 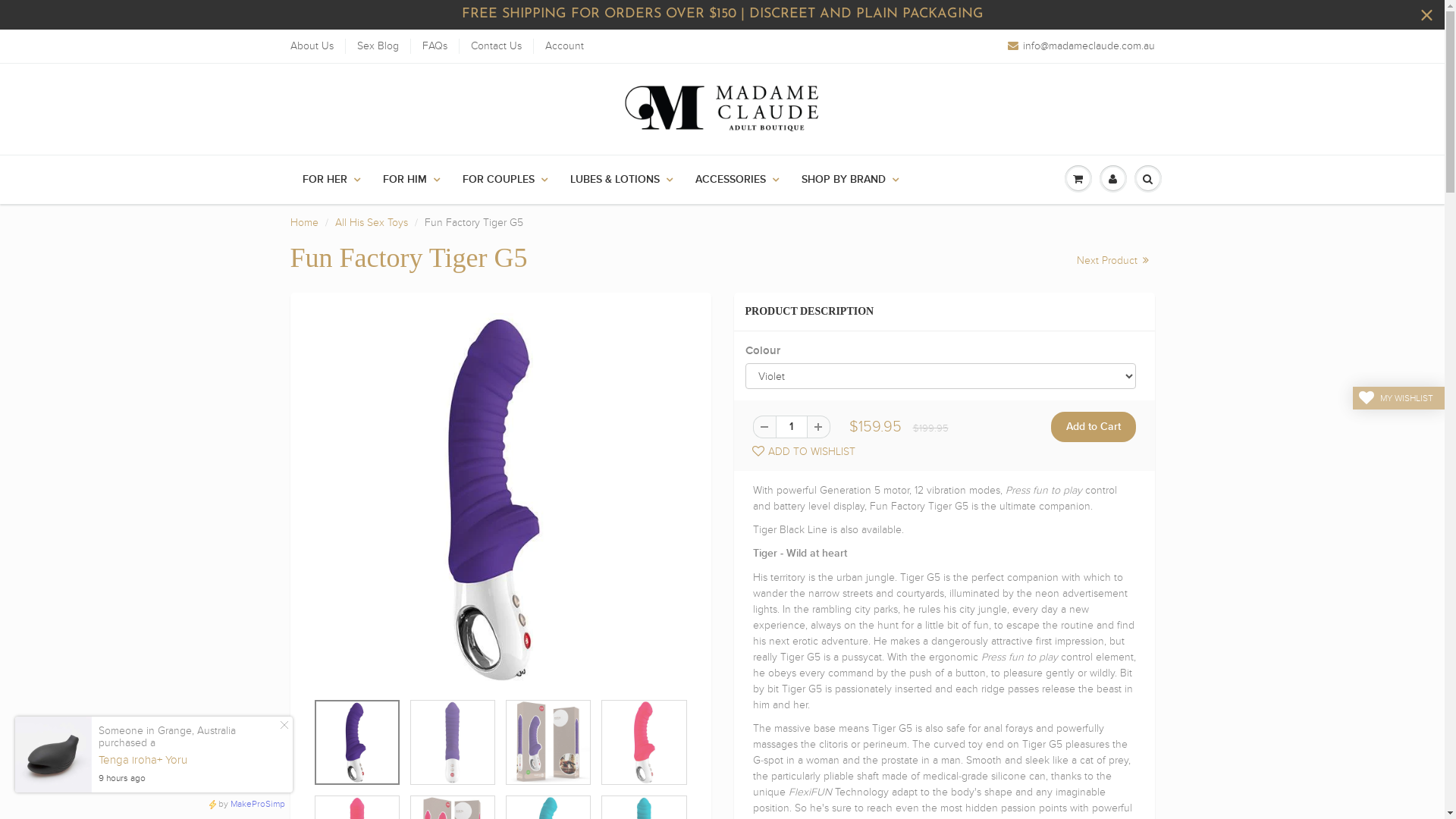 I want to click on 'MY WISHLIST', so click(x=1398, y=397).